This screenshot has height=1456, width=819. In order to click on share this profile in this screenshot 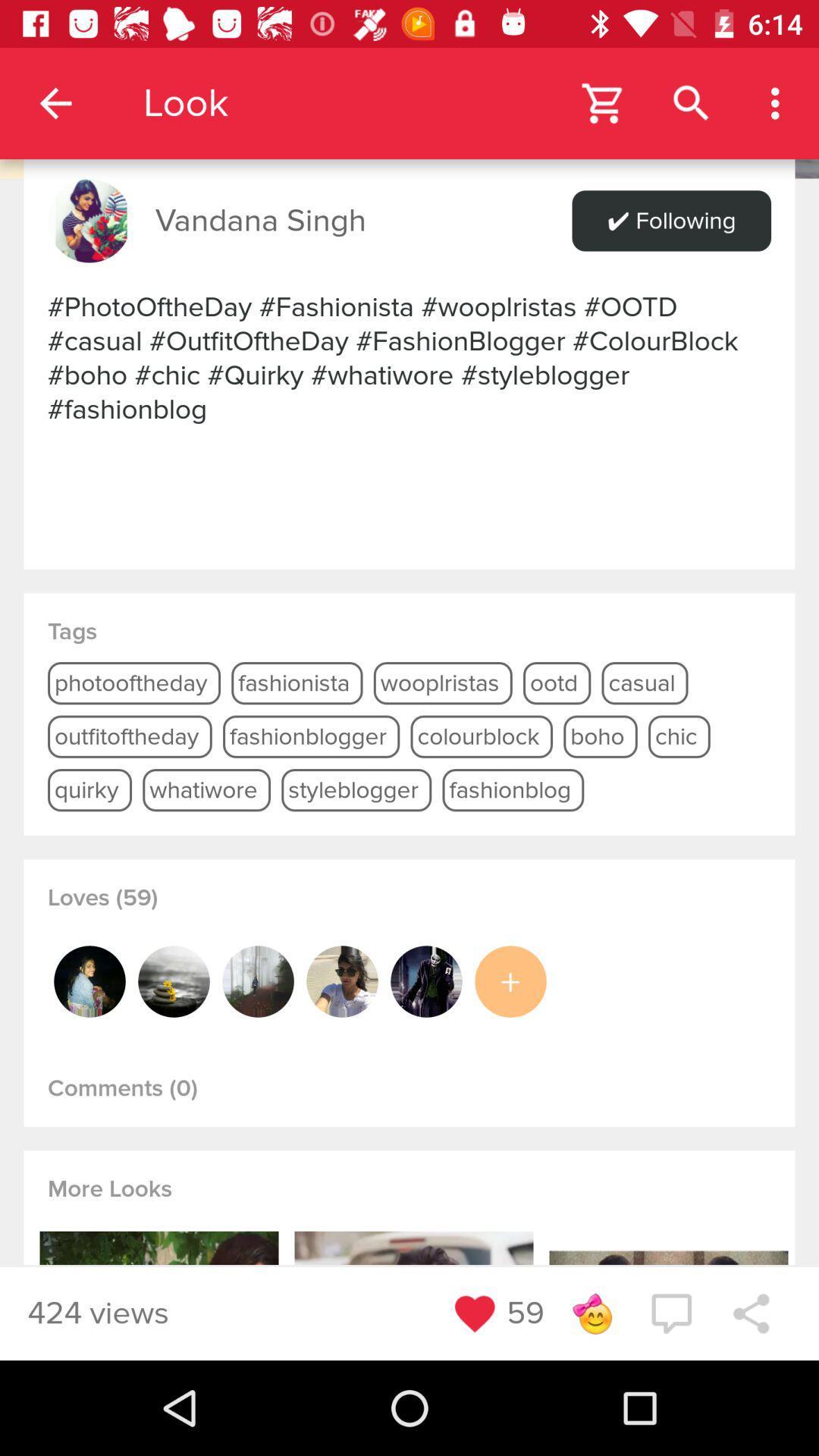, I will do `click(751, 1313)`.